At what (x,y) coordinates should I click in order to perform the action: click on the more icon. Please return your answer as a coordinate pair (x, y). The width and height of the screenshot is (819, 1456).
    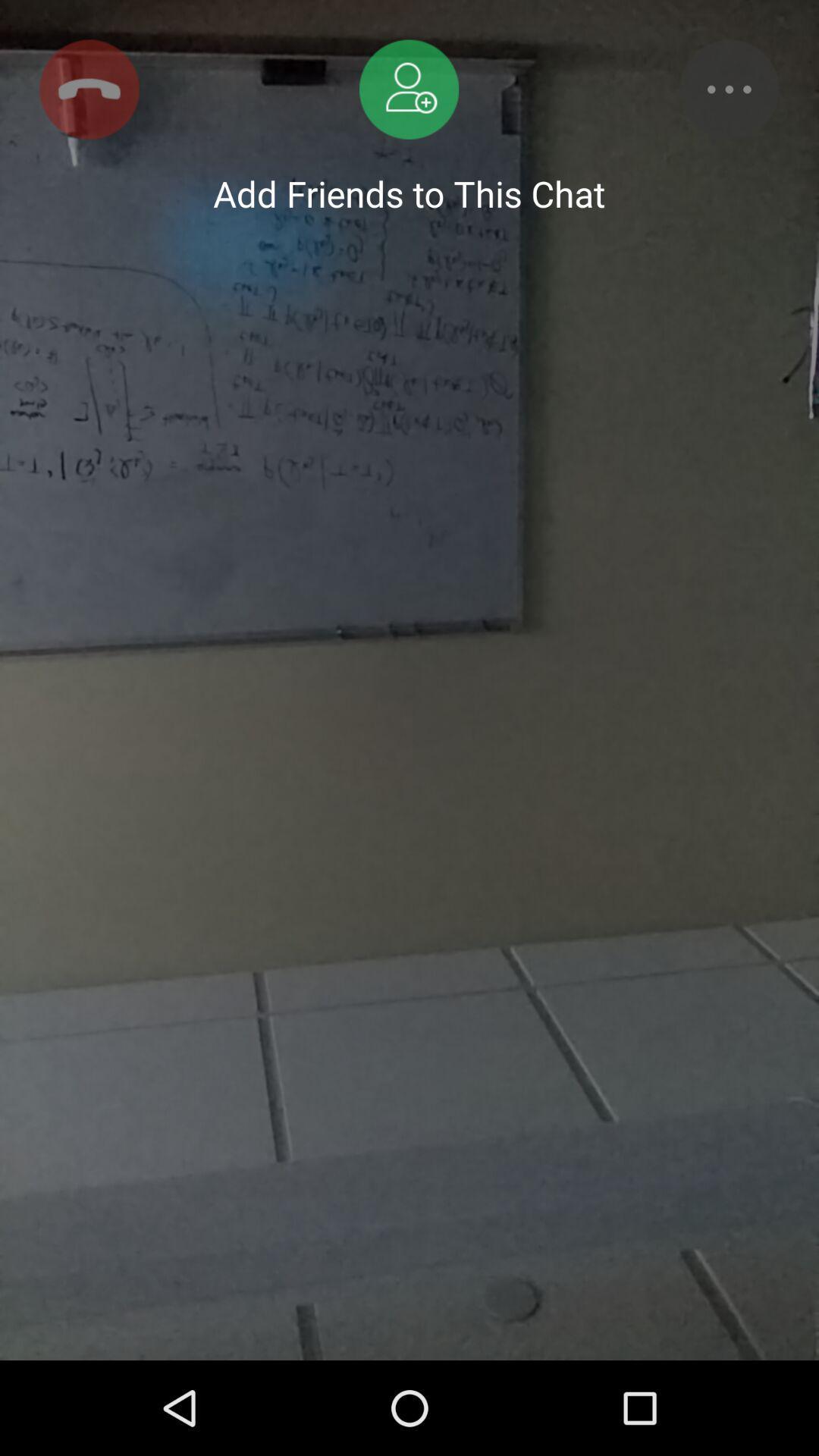
    Looking at the image, I should click on (728, 95).